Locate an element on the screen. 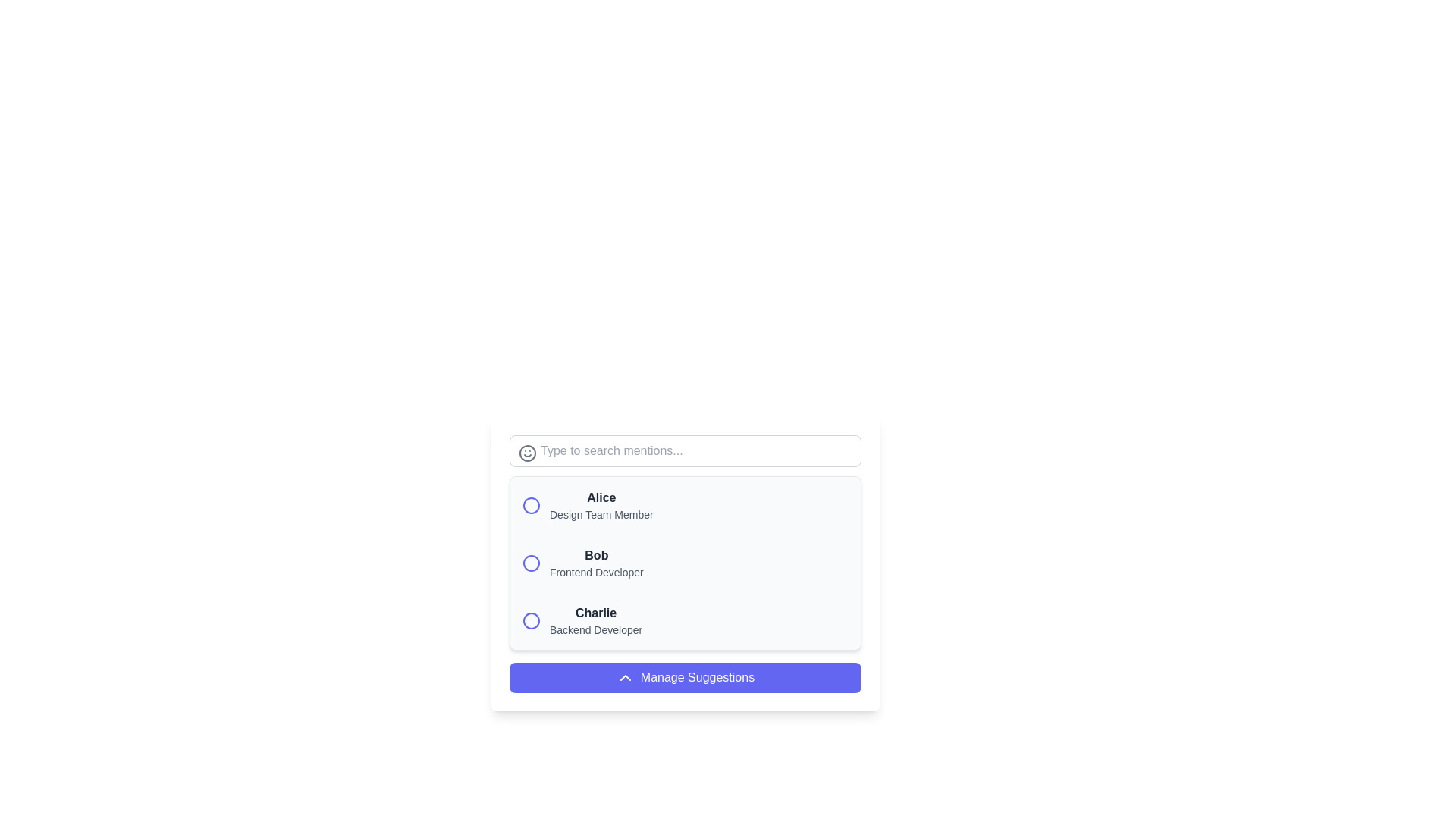  the smiley icon, which is a gray line art styled icon located at the top-left corner of a mention search input field is located at coordinates (528, 452).